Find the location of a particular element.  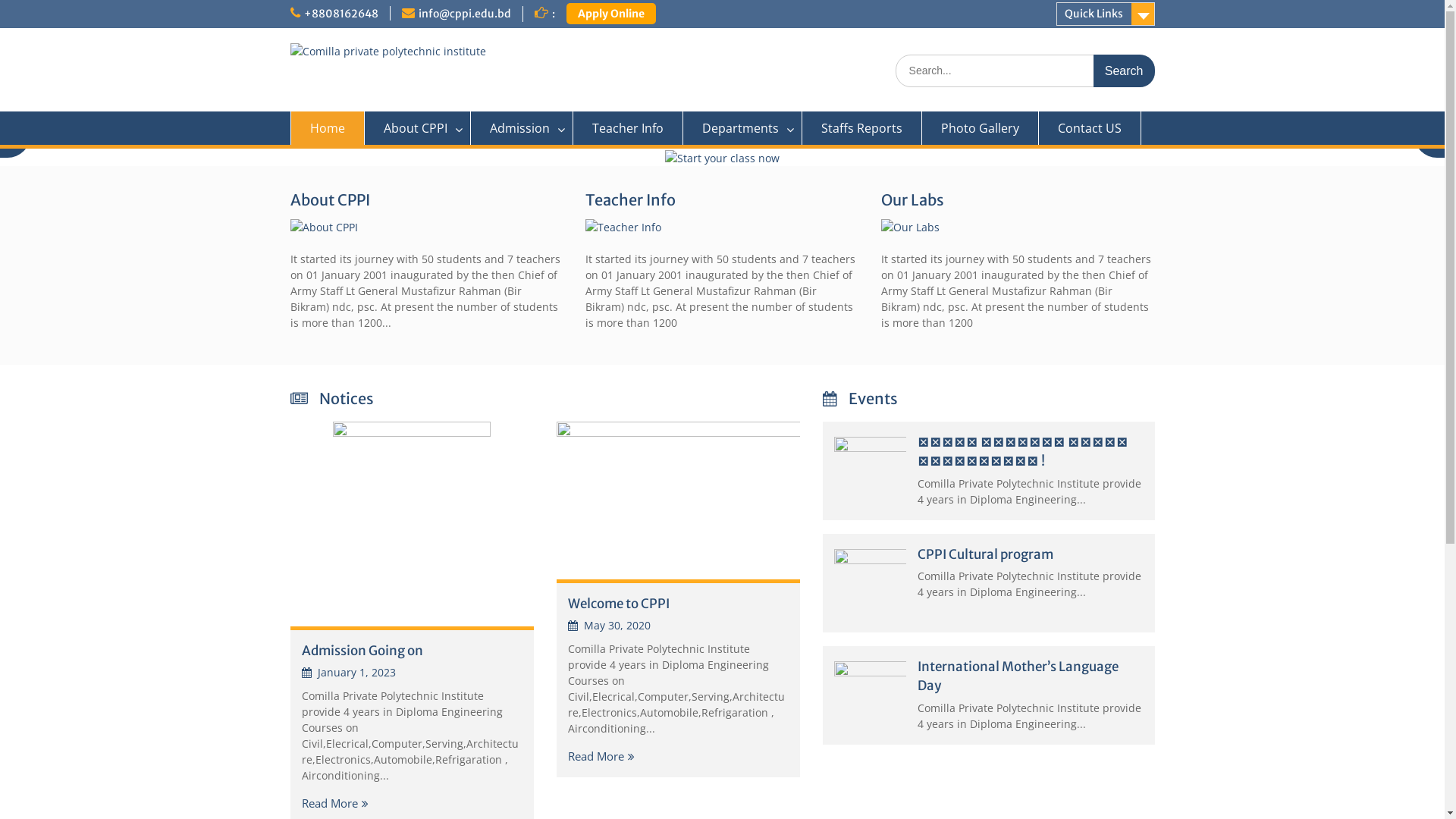

'Admission' is located at coordinates (521, 127).